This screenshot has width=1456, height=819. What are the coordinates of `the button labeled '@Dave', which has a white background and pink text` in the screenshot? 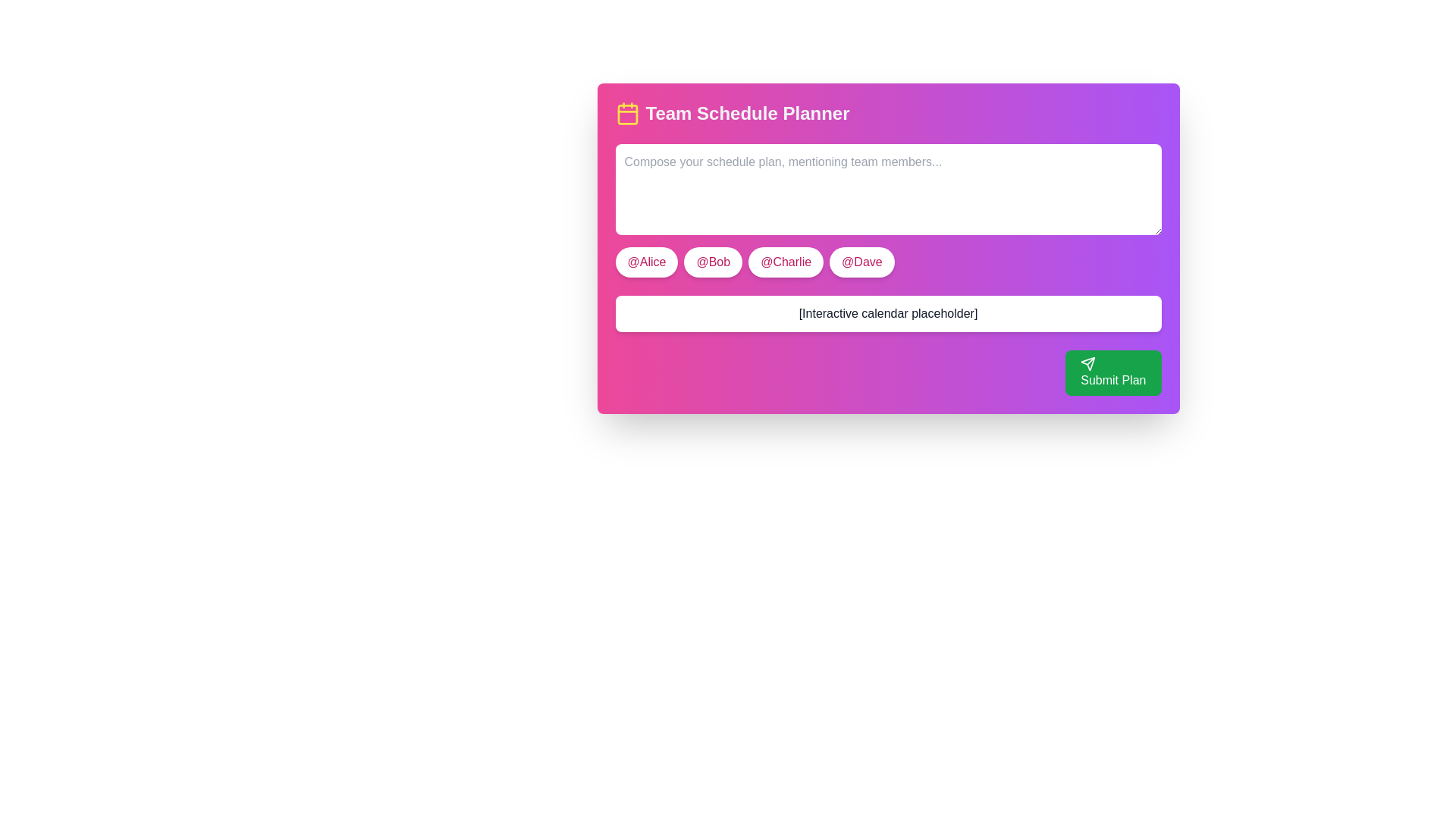 It's located at (861, 262).